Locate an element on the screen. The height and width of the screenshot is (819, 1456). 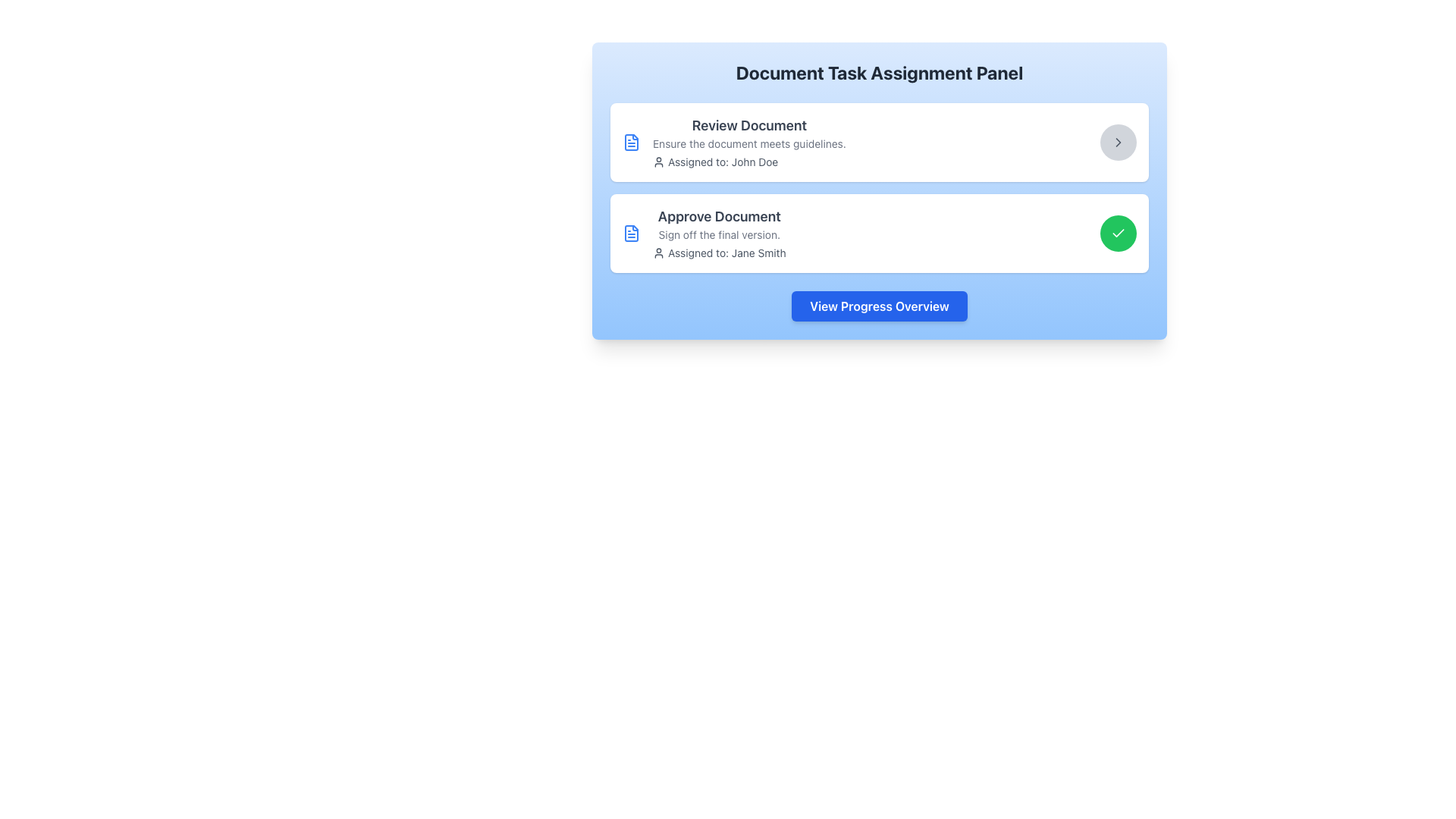
the text element indicating the current assignee for the task, which displays the name 'John Doe' located in the 'Review Document' section of the task assignment panel is located at coordinates (749, 162).